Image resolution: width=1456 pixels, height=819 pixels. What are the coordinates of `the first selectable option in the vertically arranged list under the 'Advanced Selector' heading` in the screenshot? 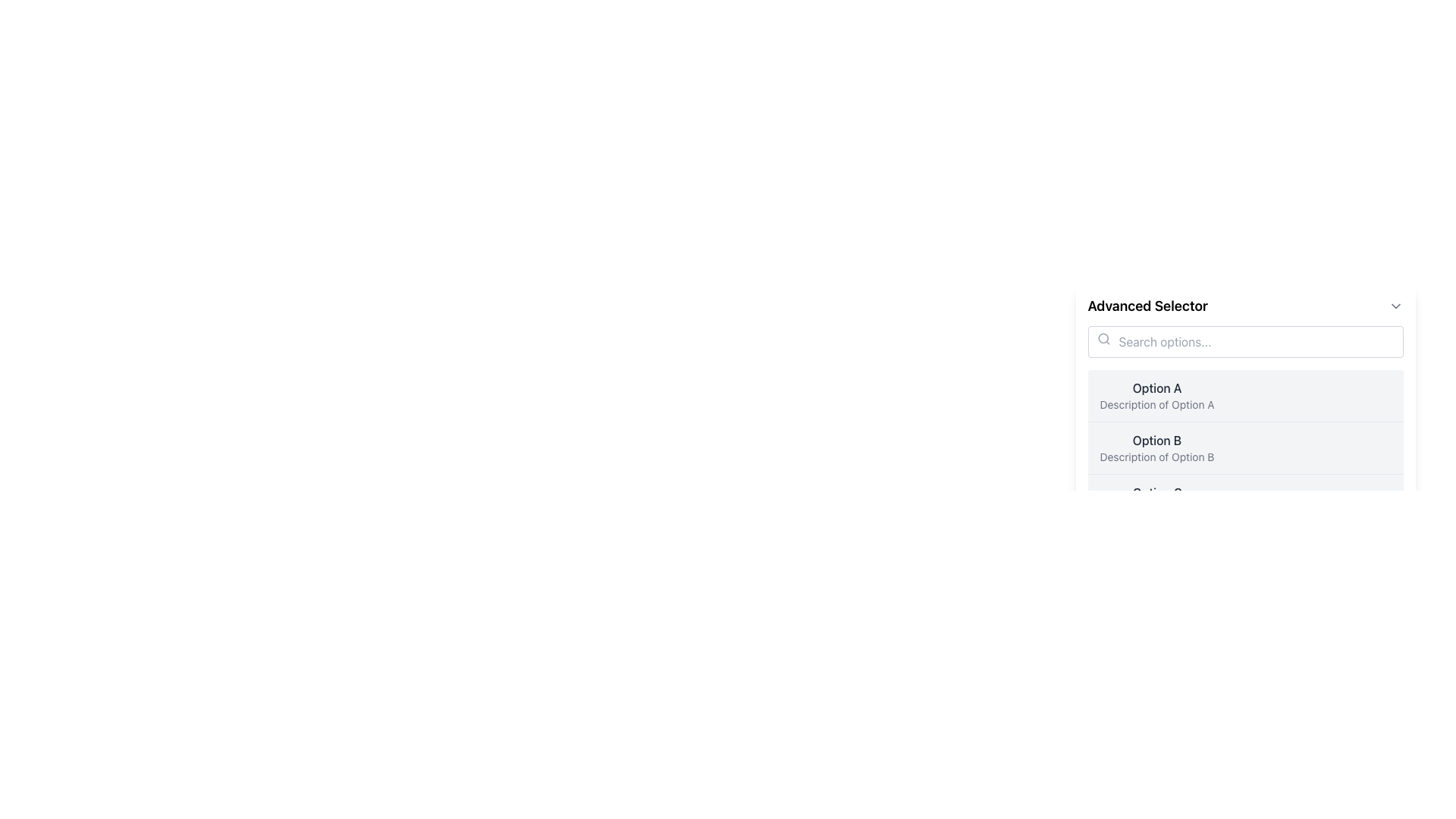 It's located at (1156, 394).